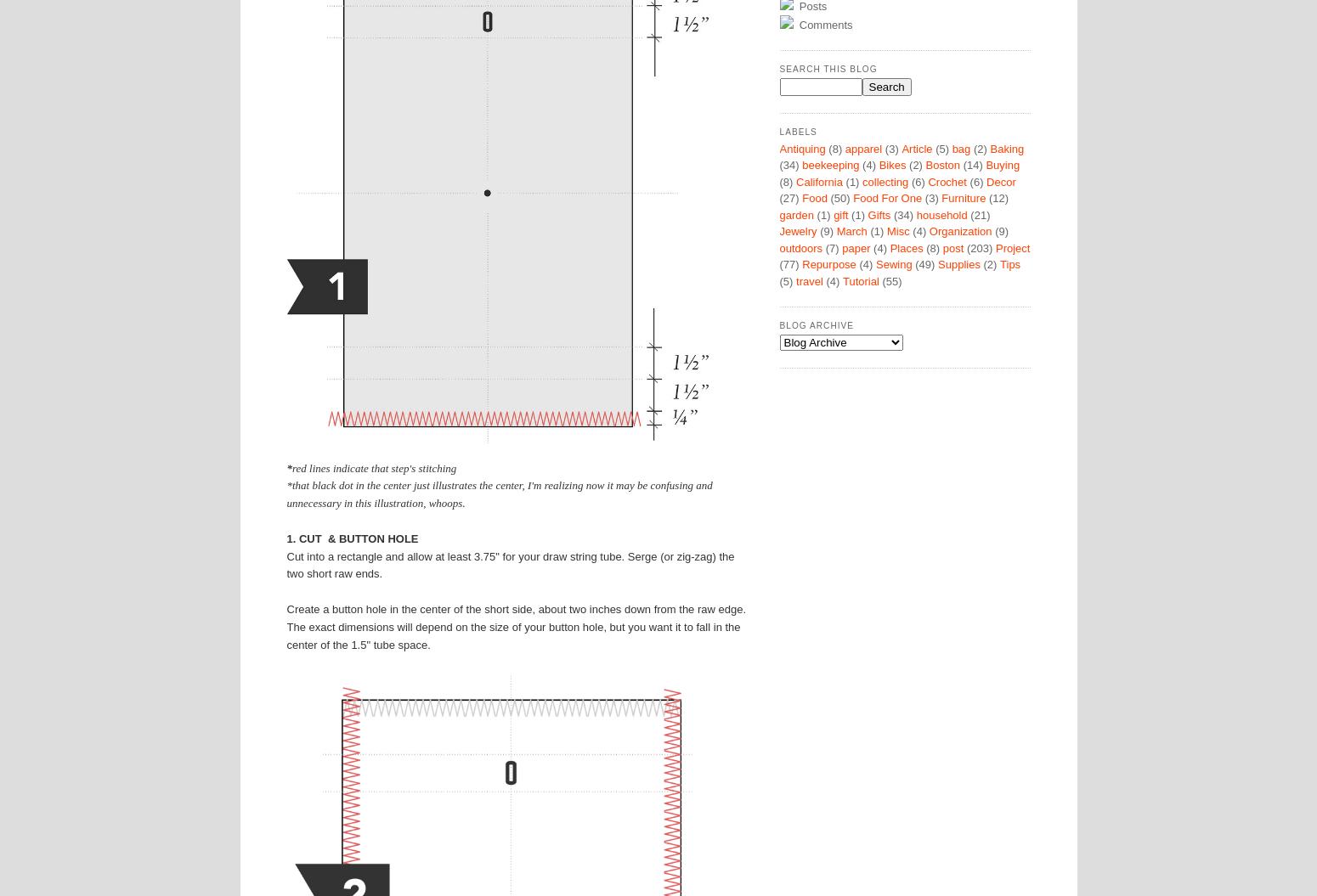 The width and height of the screenshot is (1317, 896). What do you see at coordinates (863, 148) in the screenshot?
I see `'apparel'` at bounding box center [863, 148].